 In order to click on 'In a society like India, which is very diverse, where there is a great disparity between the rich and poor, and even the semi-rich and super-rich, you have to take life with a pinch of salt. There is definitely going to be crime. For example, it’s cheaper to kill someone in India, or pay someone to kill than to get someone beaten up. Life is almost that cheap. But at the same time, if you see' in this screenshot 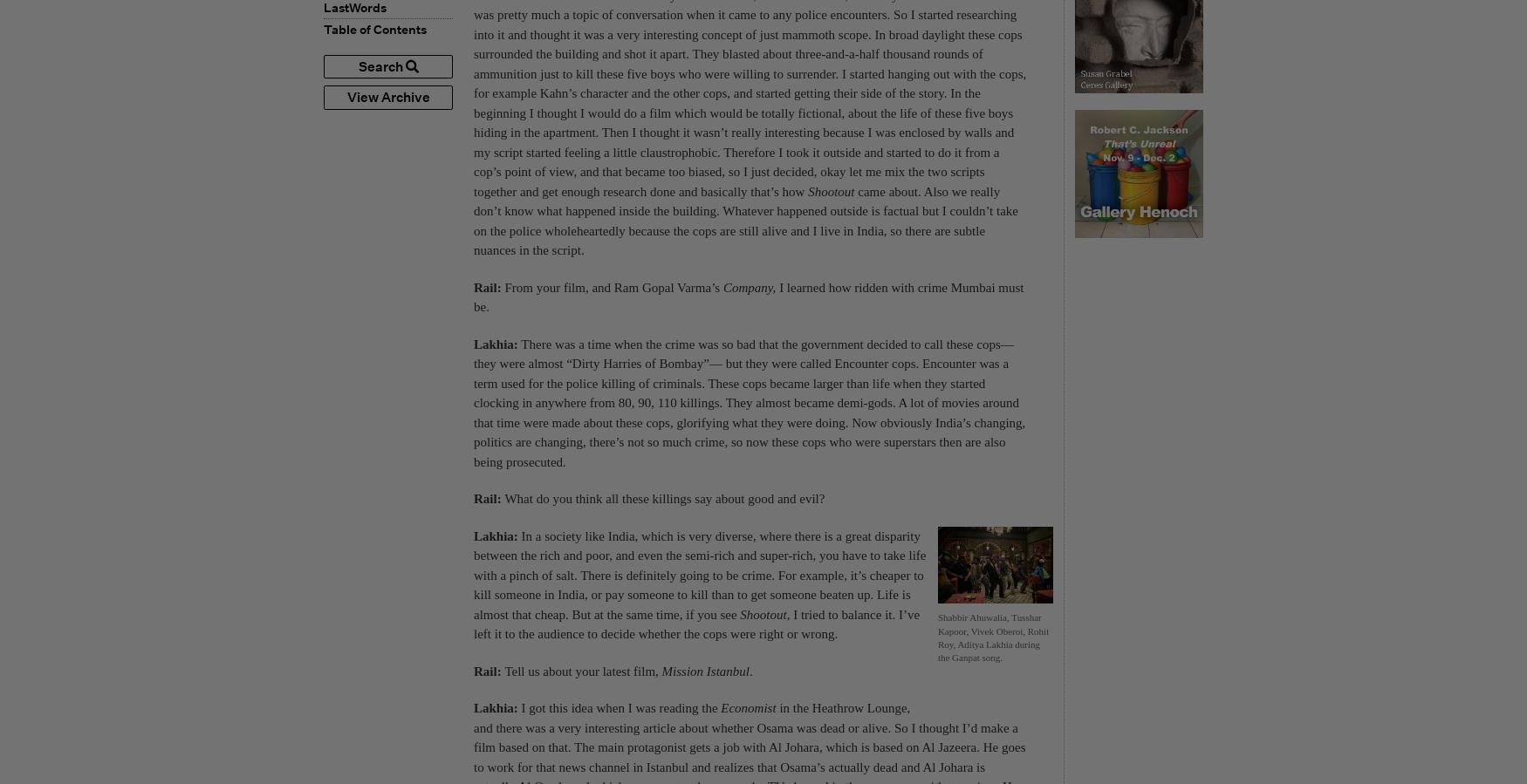, I will do `click(699, 573)`.